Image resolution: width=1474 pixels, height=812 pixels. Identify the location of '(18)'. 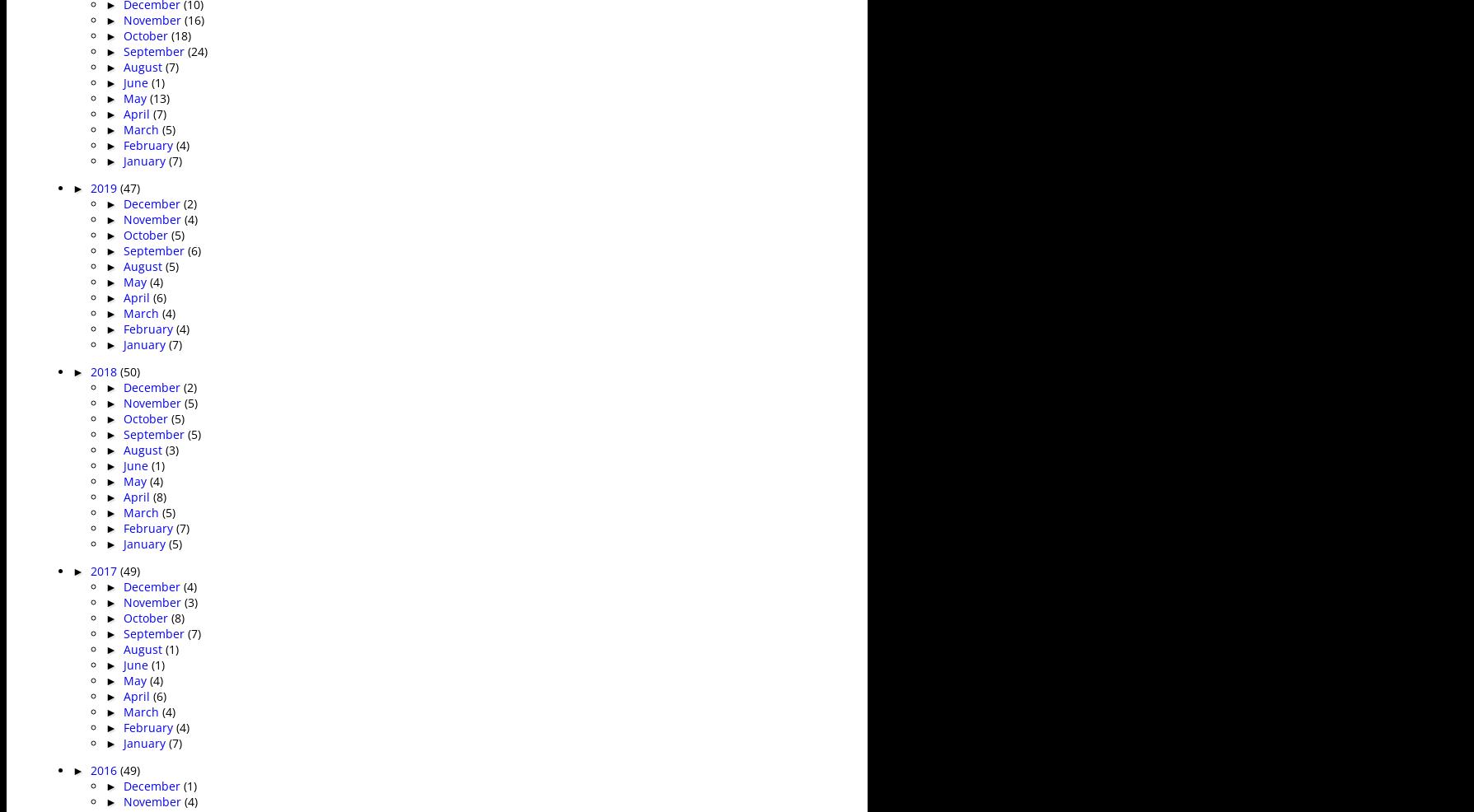
(180, 34).